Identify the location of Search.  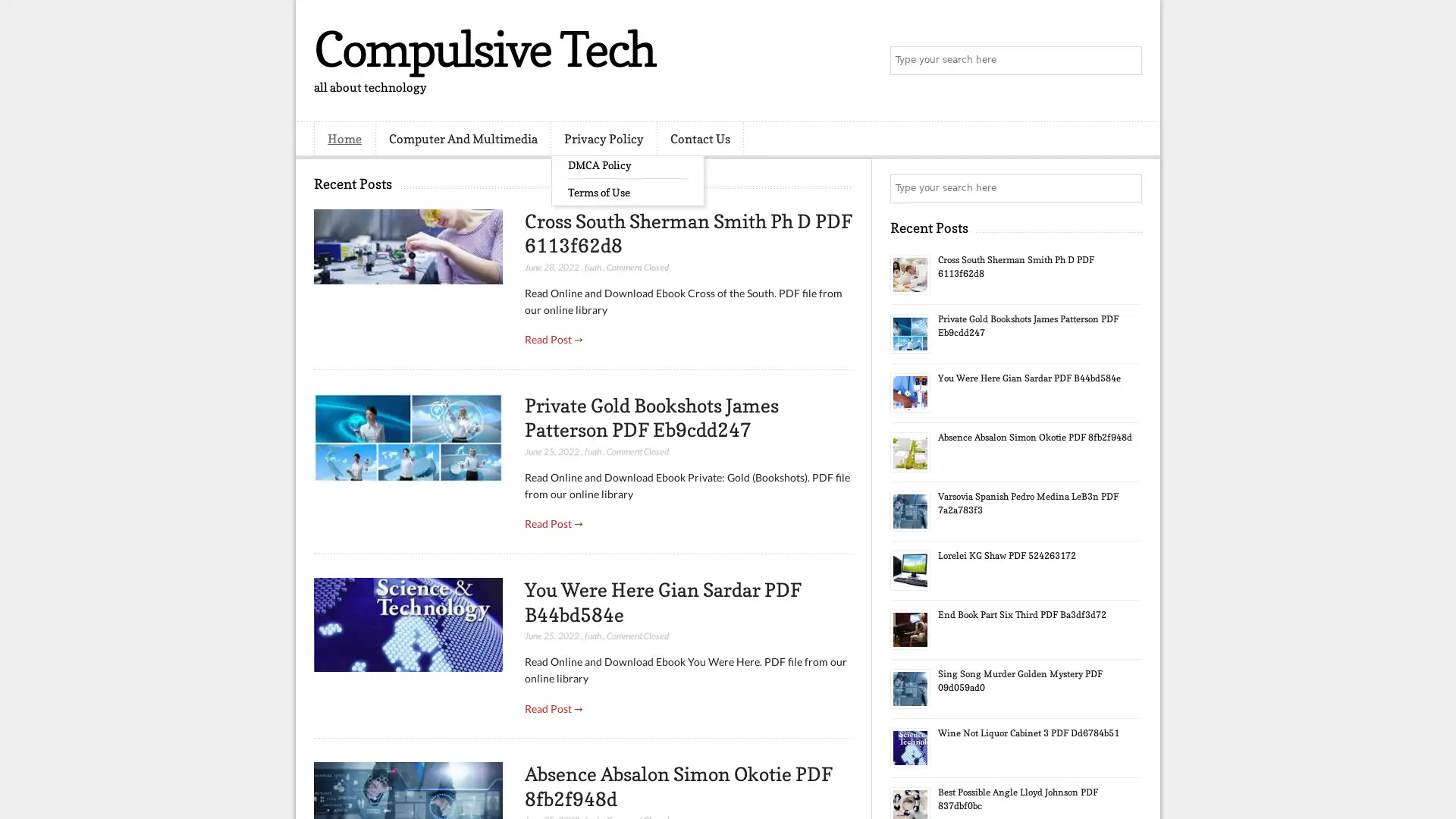
(1126, 188).